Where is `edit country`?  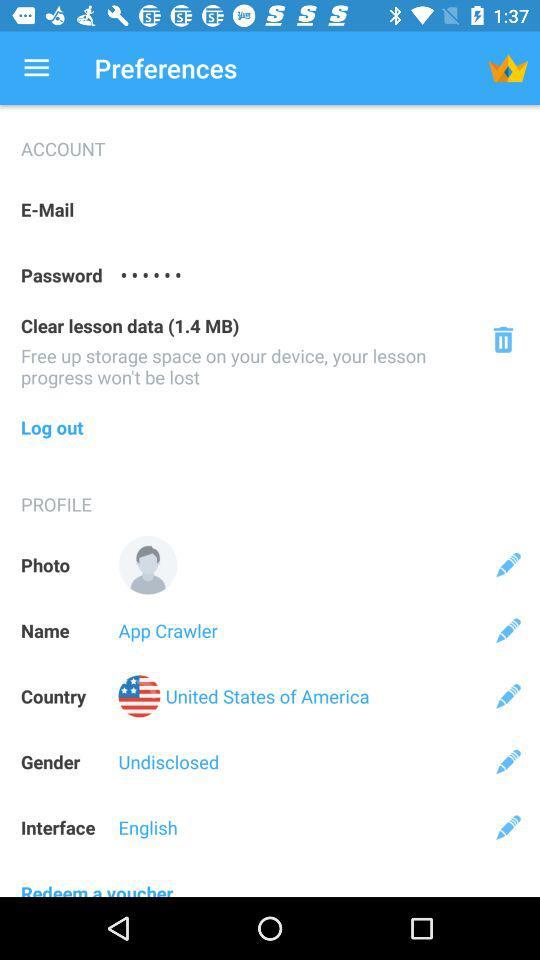 edit country is located at coordinates (508, 696).